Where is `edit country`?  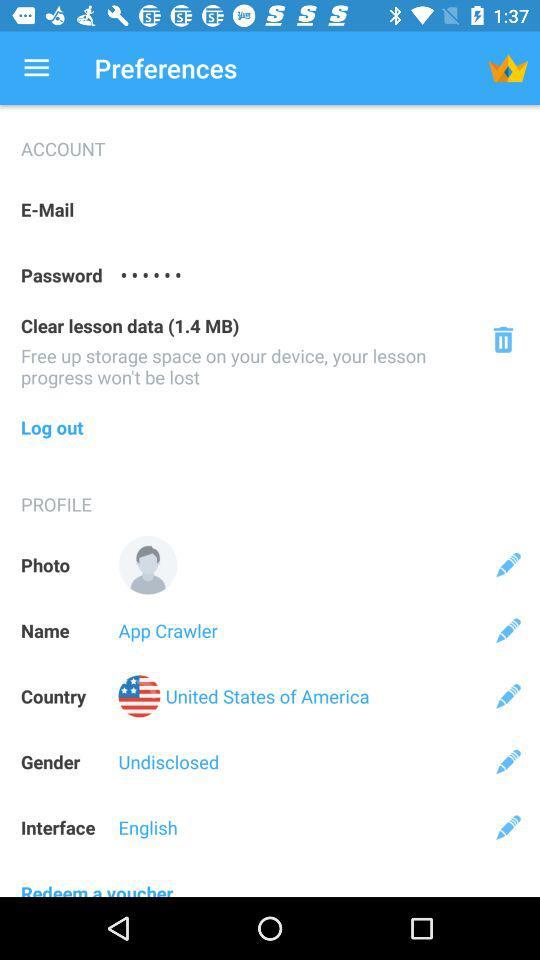 edit country is located at coordinates (508, 696).